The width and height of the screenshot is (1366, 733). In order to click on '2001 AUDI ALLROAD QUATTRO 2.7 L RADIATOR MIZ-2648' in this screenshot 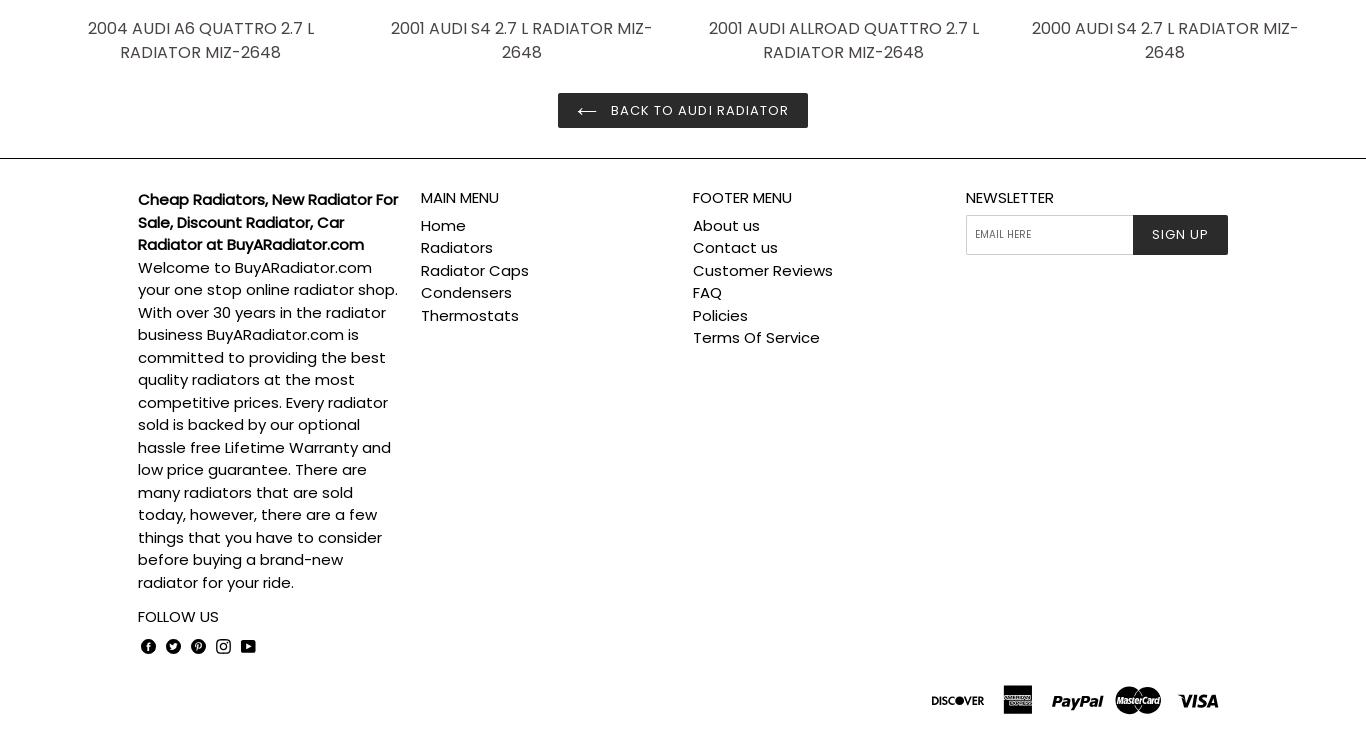, I will do `click(841, 39)`.